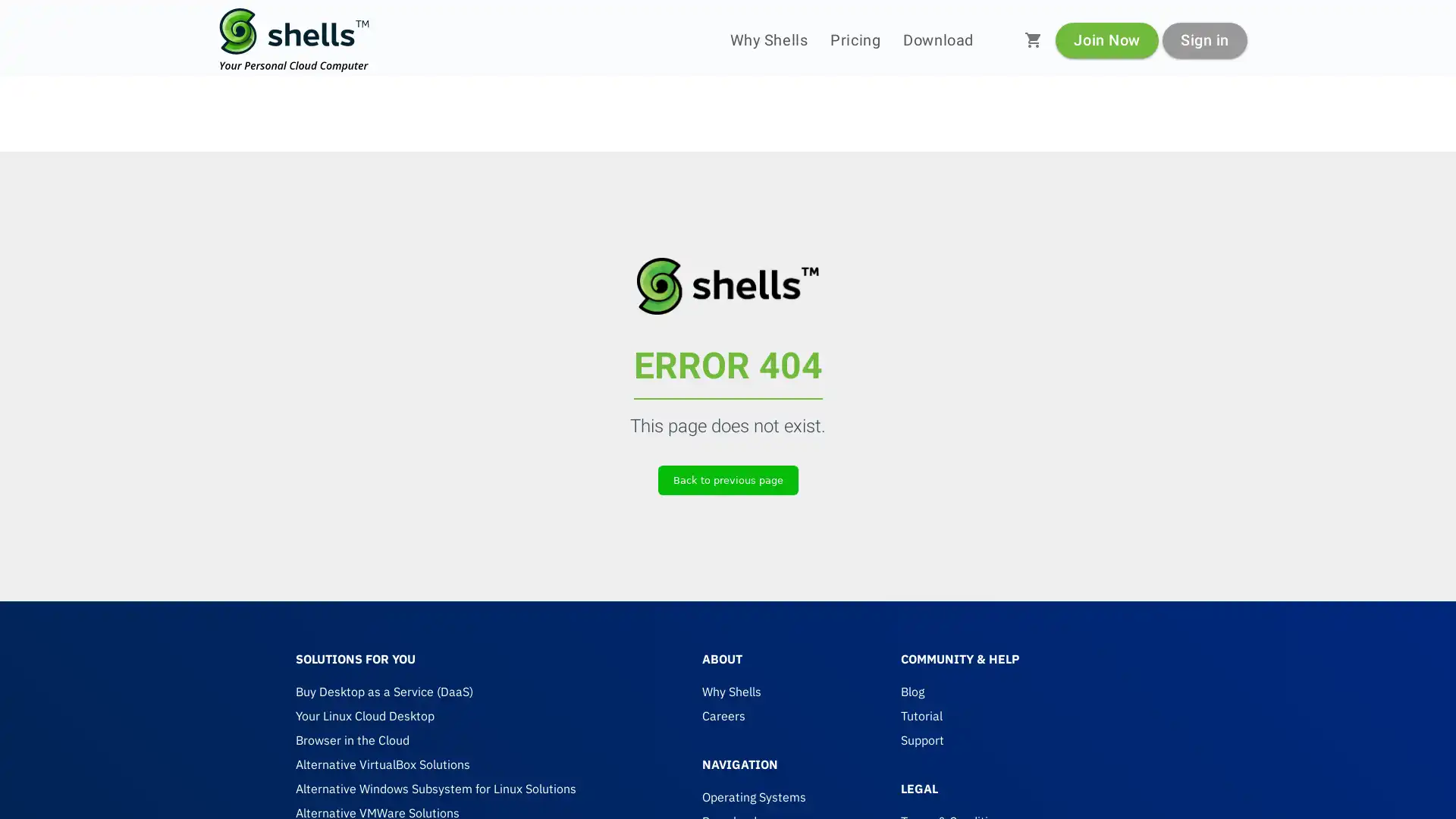  Describe the element at coordinates (726, 479) in the screenshot. I see `Back to previous page` at that location.